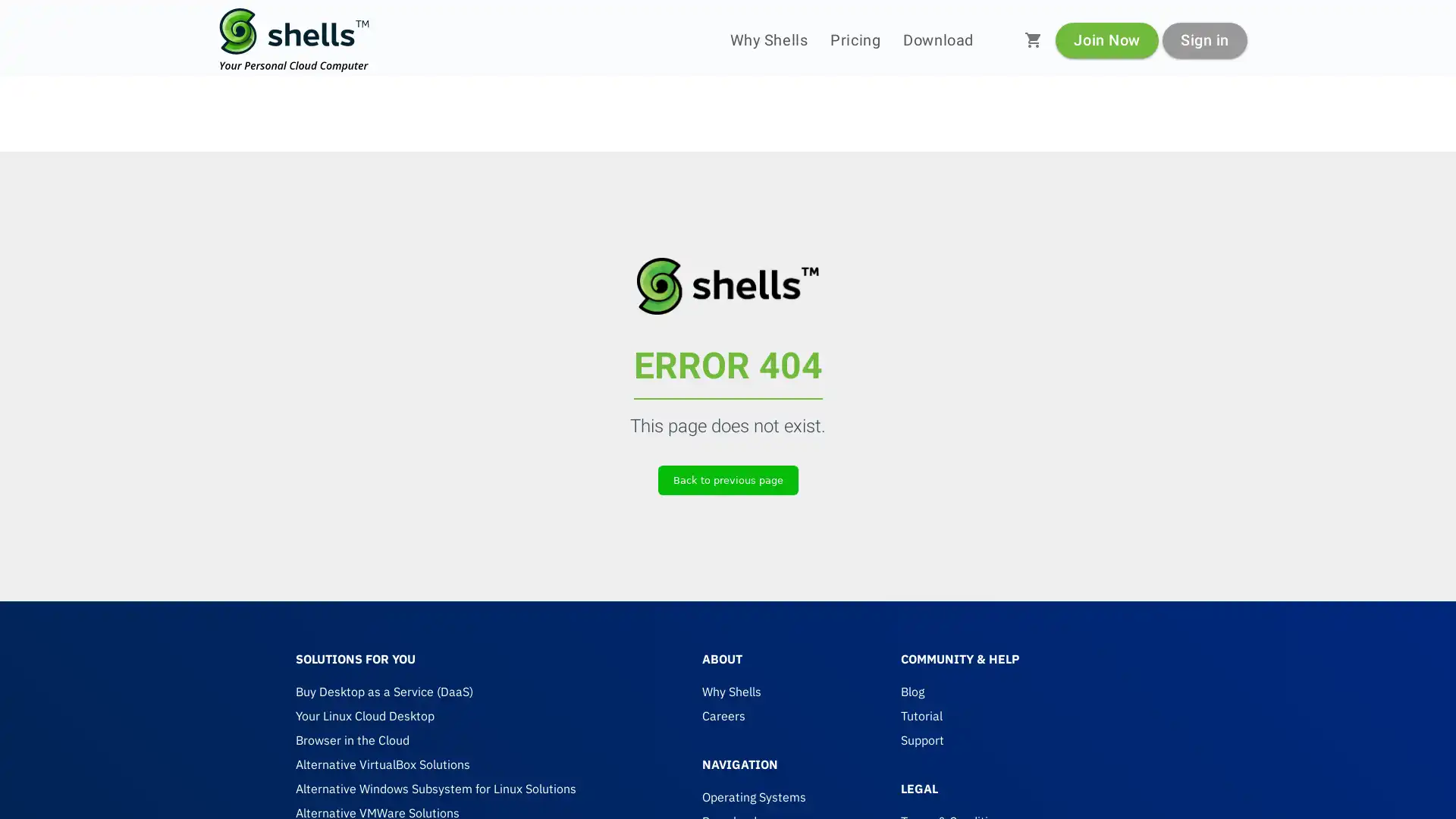  Describe the element at coordinates (726, 479) in the screenshot. I see `Back to previous page` at that location.